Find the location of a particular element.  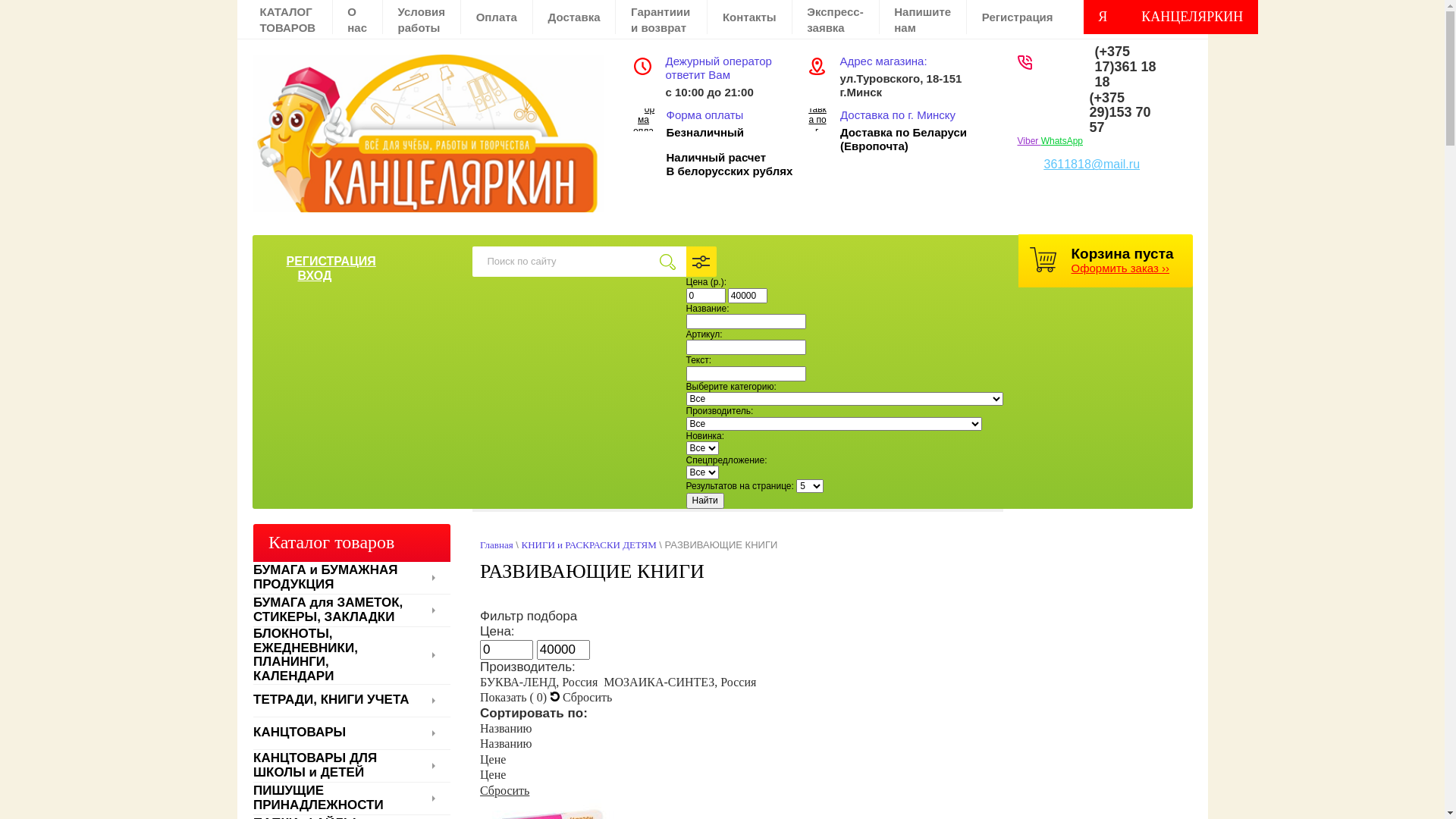

'(+375 29)153 70 57' is located at coordinates (1087, 112).